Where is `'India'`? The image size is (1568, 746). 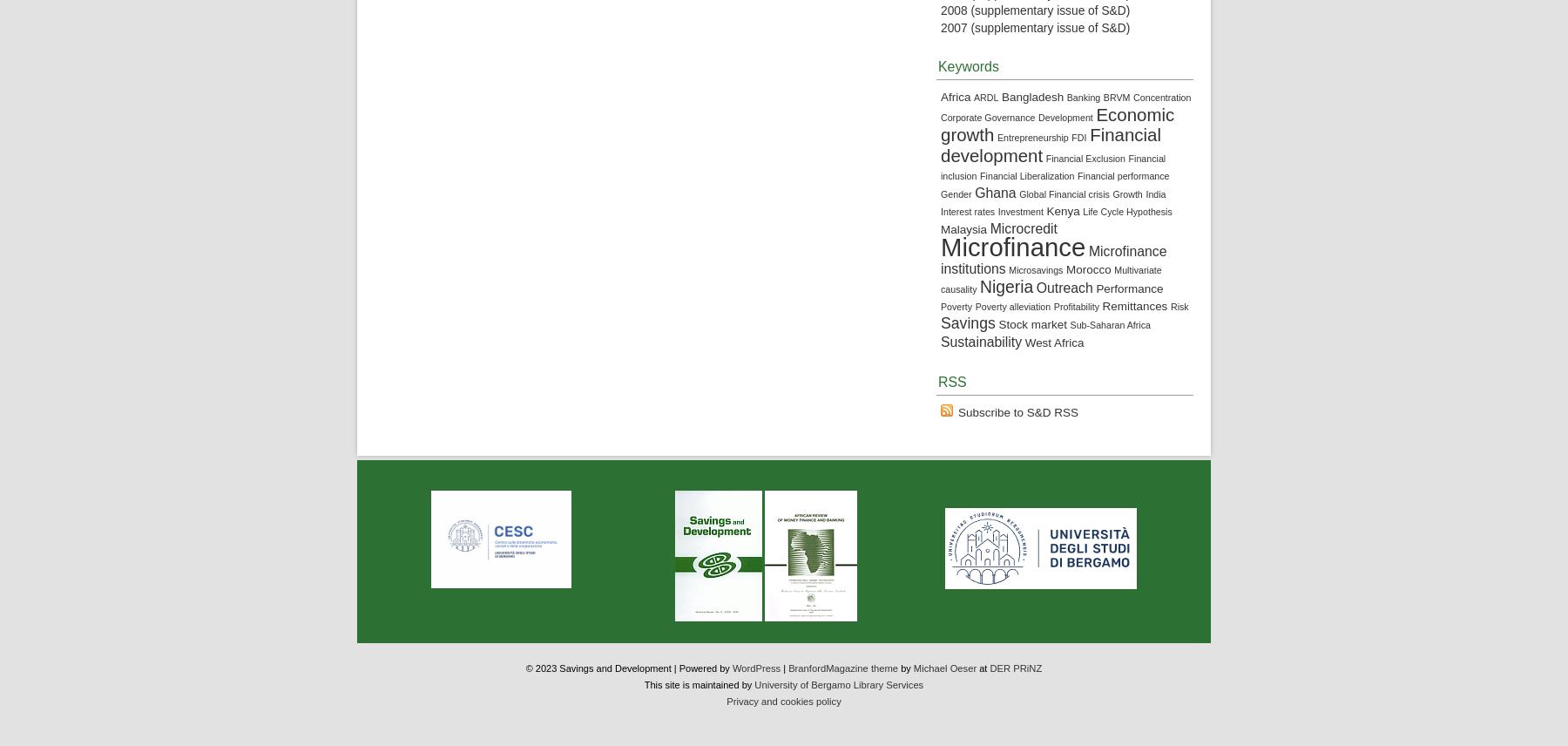
'India' is located at coordinates (1146, 193).